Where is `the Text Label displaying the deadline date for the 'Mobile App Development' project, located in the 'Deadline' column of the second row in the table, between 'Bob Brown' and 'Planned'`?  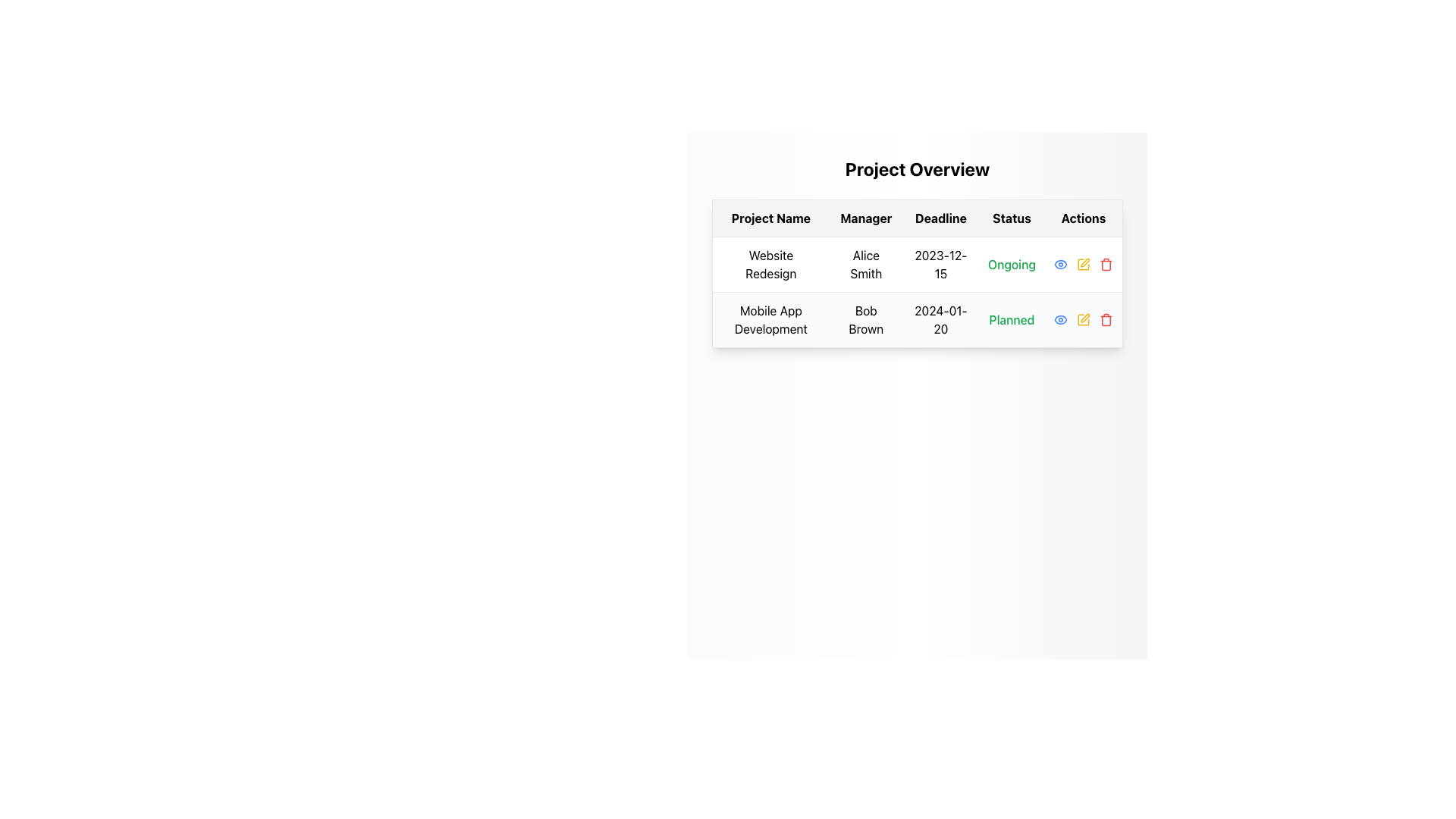
the Text Label displaying the deadline date for the 'Mobile App Development' project, located in the 'Deadline' column of the second row in the table, between 'Bob Brown' and 'Planned' is located at coordinates (940, 318).